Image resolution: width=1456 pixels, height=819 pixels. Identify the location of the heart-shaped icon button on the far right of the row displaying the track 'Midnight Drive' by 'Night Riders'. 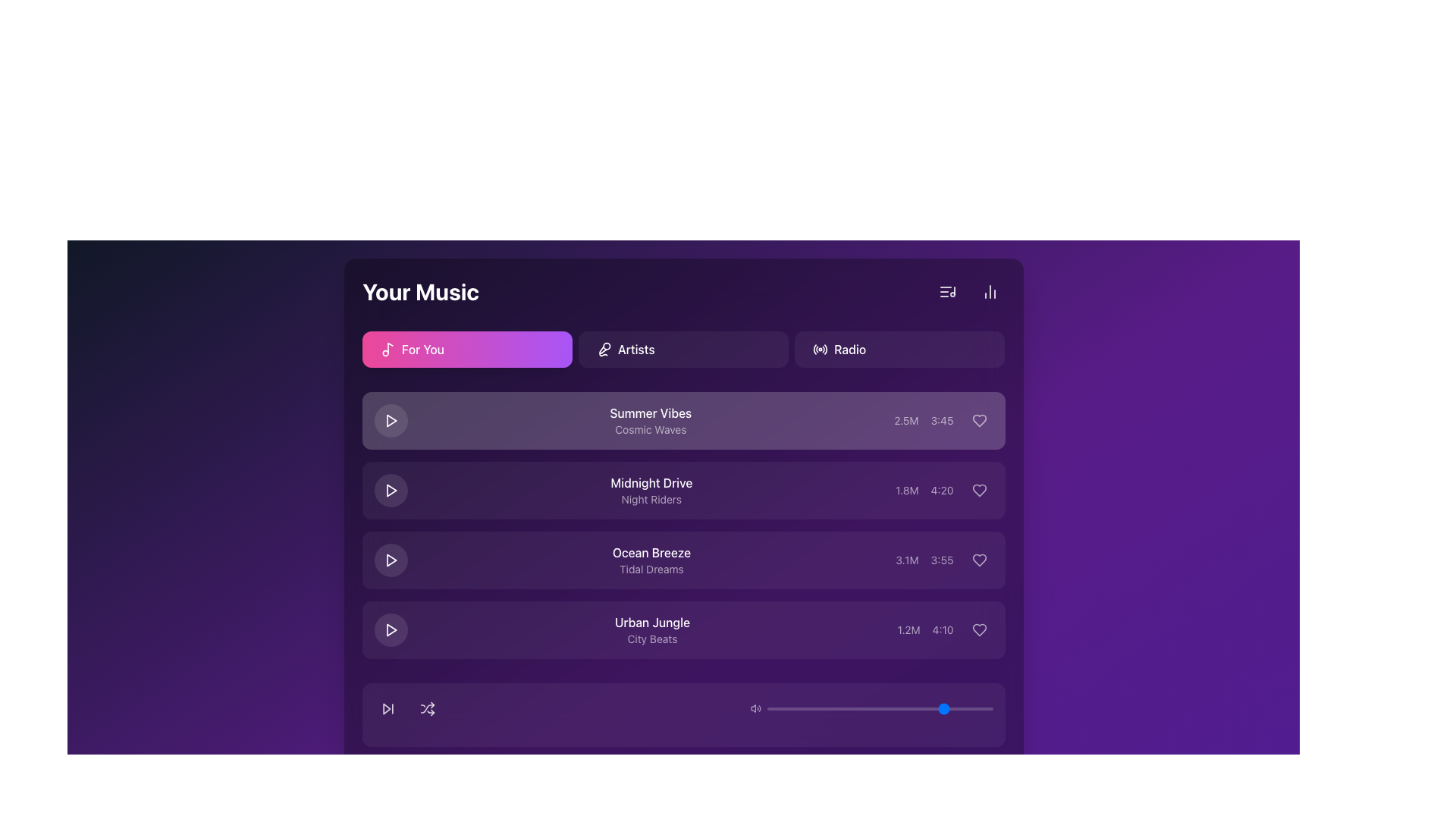
(979, 491).